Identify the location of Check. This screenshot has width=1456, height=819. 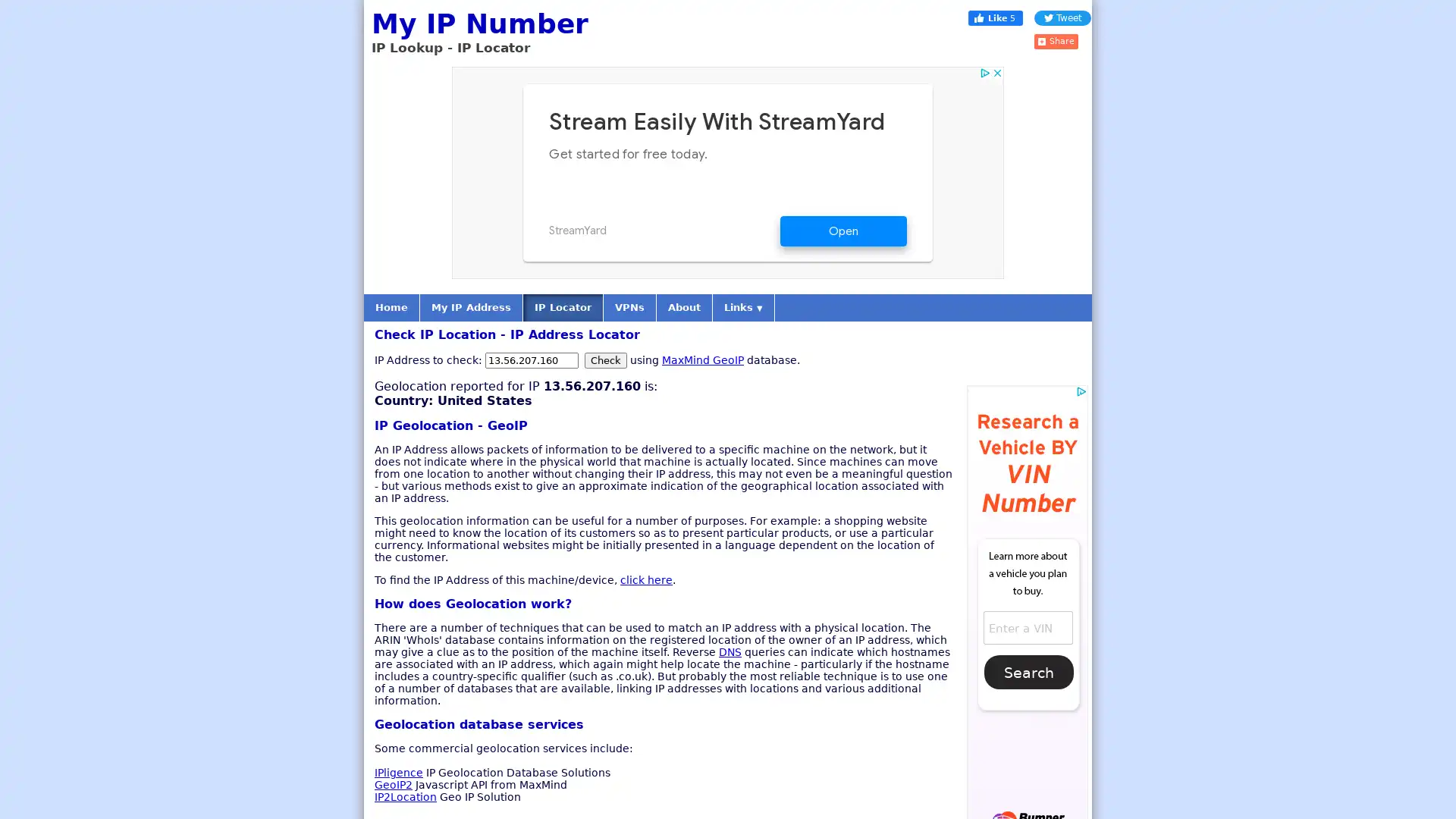
(604, 360).